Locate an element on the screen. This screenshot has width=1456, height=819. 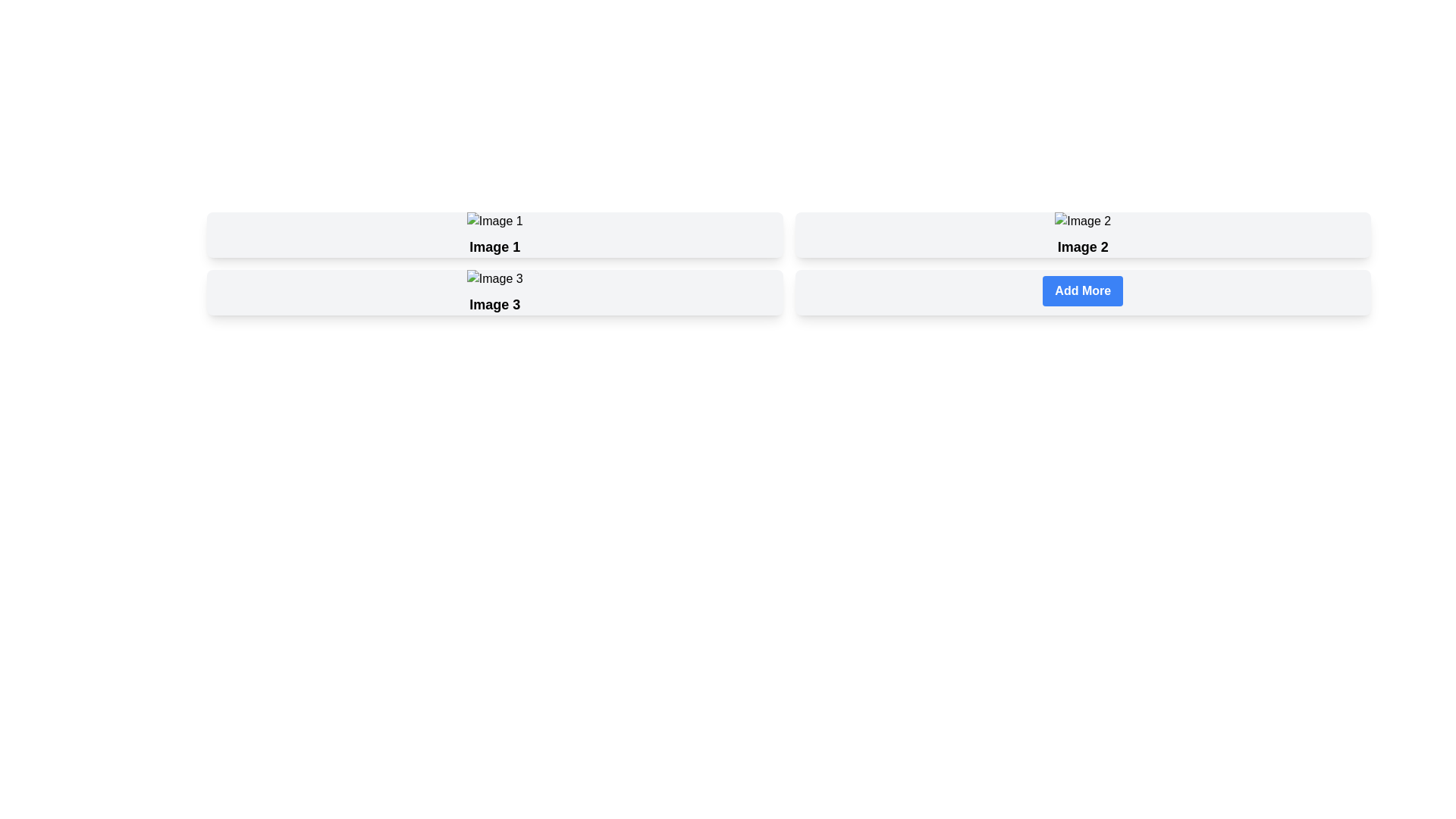
the image placeholder located in the first card at the top-left corner of the interface, which lies atop the 'Image 1' text is located at coordinates (494, 221).